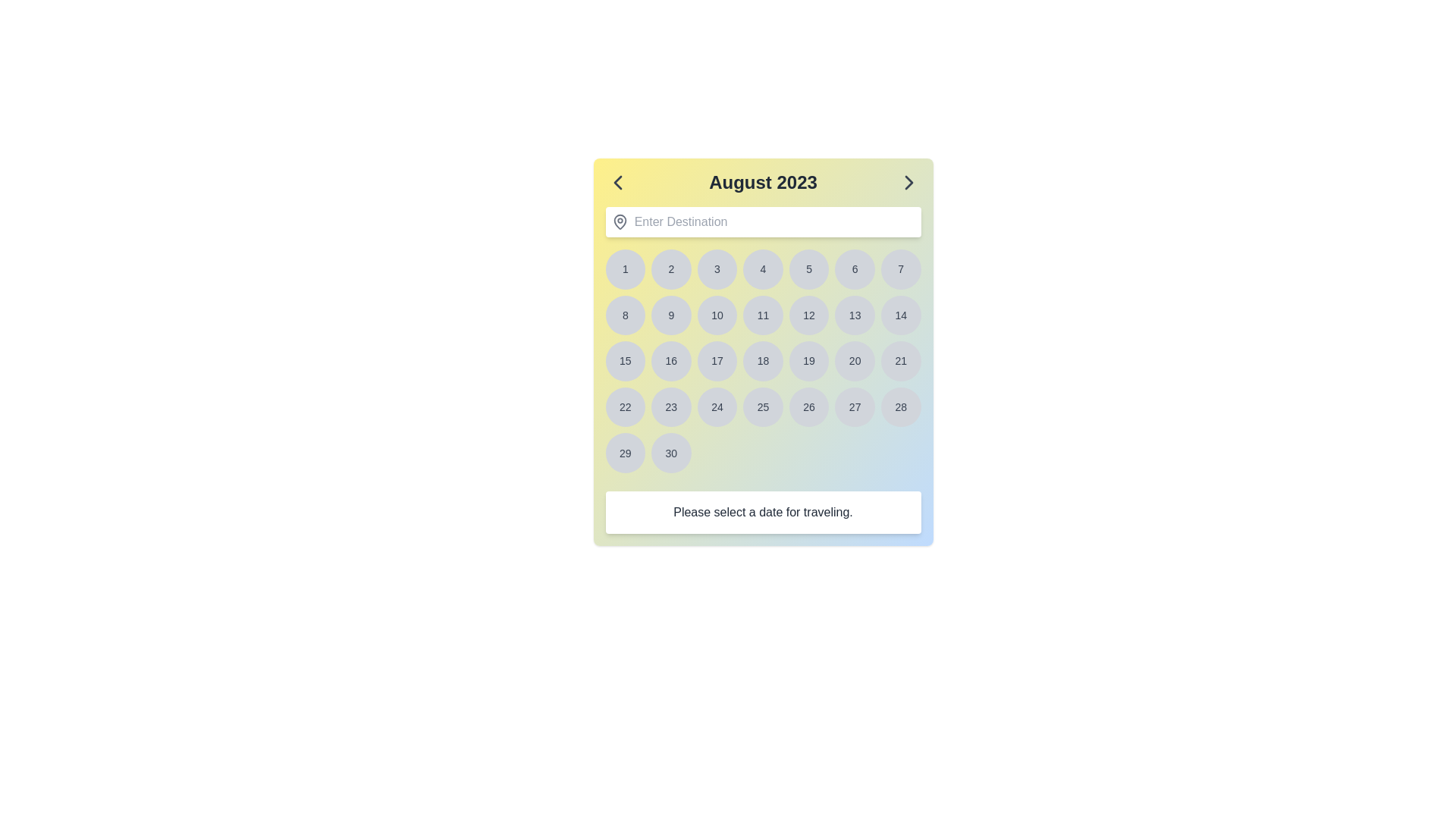 The height and width of the screenshot is (819, 1456). I want to click on the date button in the calendar interface, located in the second row, third column of the grid, which allows users to select this date for booking or scheduling, so click(716, 314).